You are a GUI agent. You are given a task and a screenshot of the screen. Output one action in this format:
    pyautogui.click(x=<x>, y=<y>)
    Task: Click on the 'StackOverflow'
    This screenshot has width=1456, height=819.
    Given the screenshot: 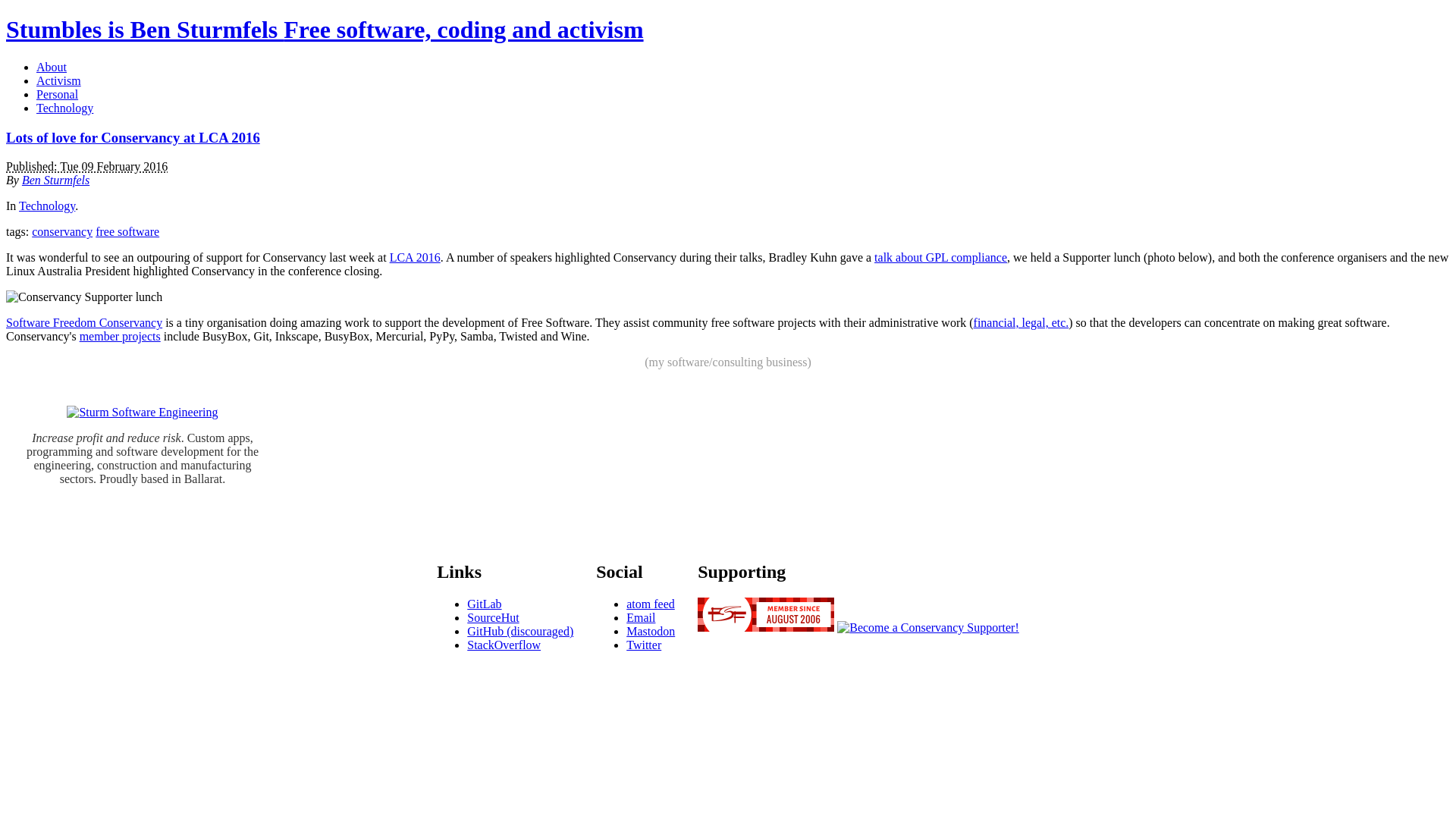 What is the action you would take?
    pyautogui.click(x=466, y=645)
    